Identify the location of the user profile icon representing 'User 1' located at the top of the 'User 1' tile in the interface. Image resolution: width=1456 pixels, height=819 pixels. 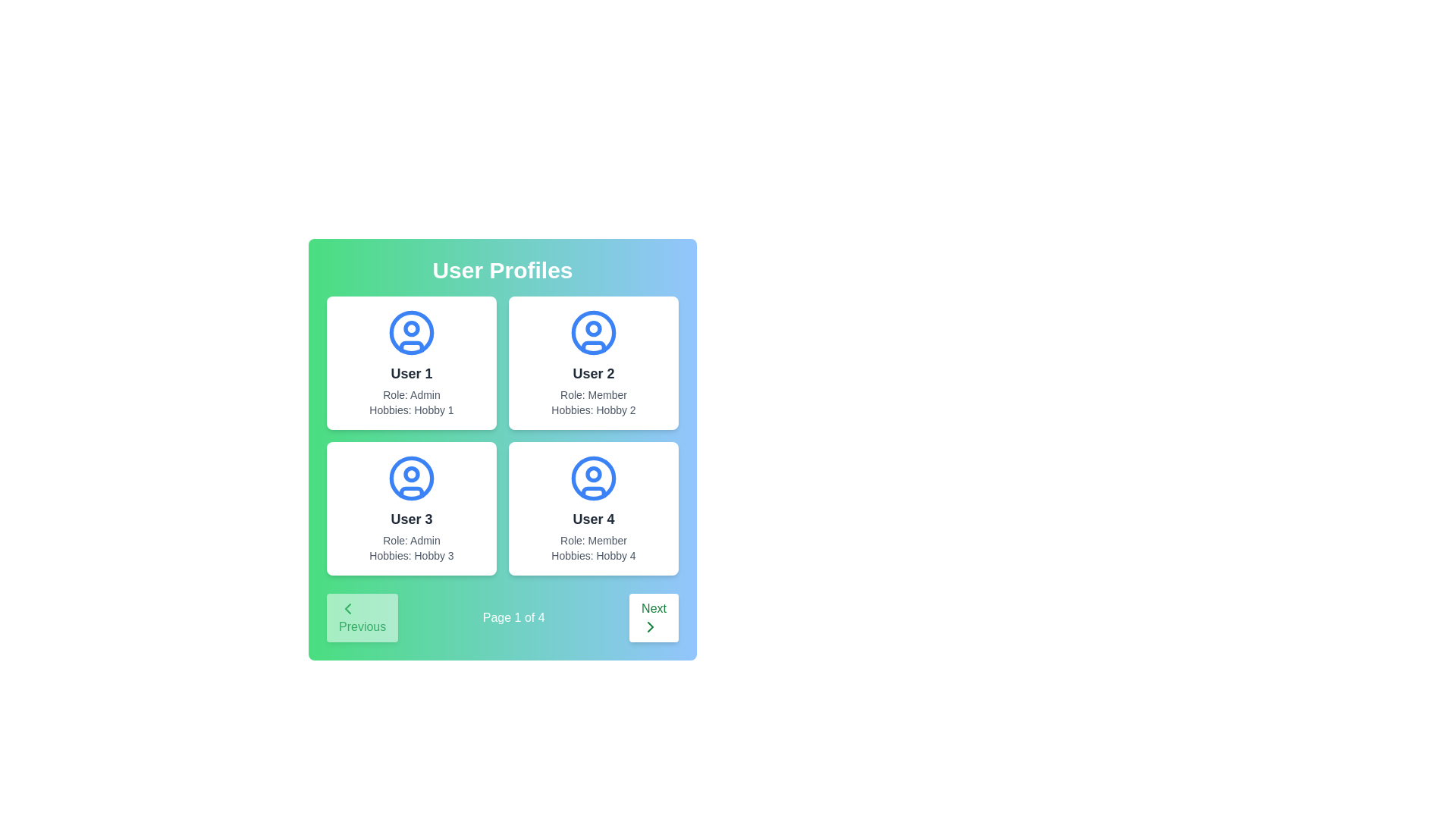
(411, 332).